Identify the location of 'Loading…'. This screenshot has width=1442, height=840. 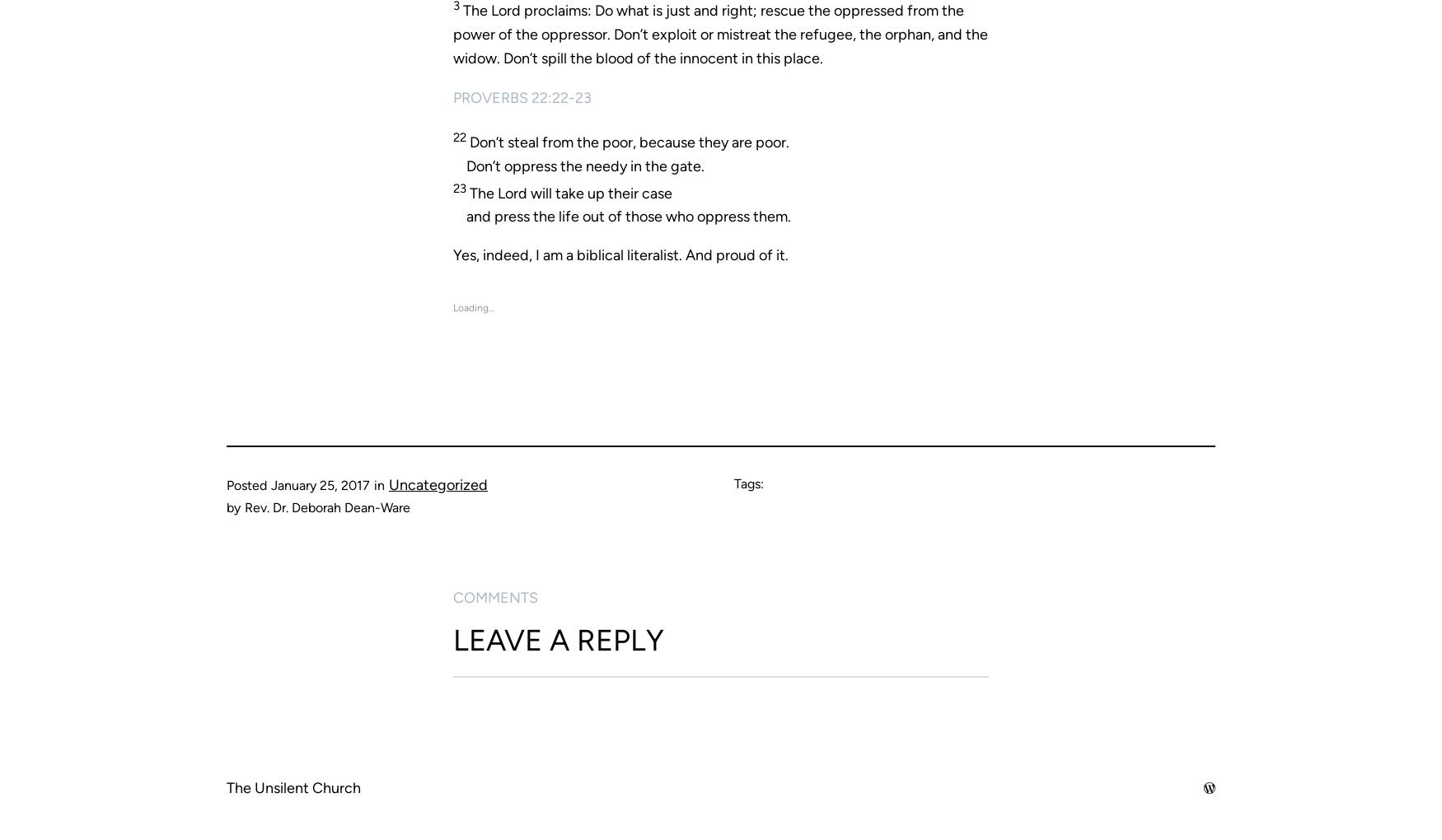
(474, 306).